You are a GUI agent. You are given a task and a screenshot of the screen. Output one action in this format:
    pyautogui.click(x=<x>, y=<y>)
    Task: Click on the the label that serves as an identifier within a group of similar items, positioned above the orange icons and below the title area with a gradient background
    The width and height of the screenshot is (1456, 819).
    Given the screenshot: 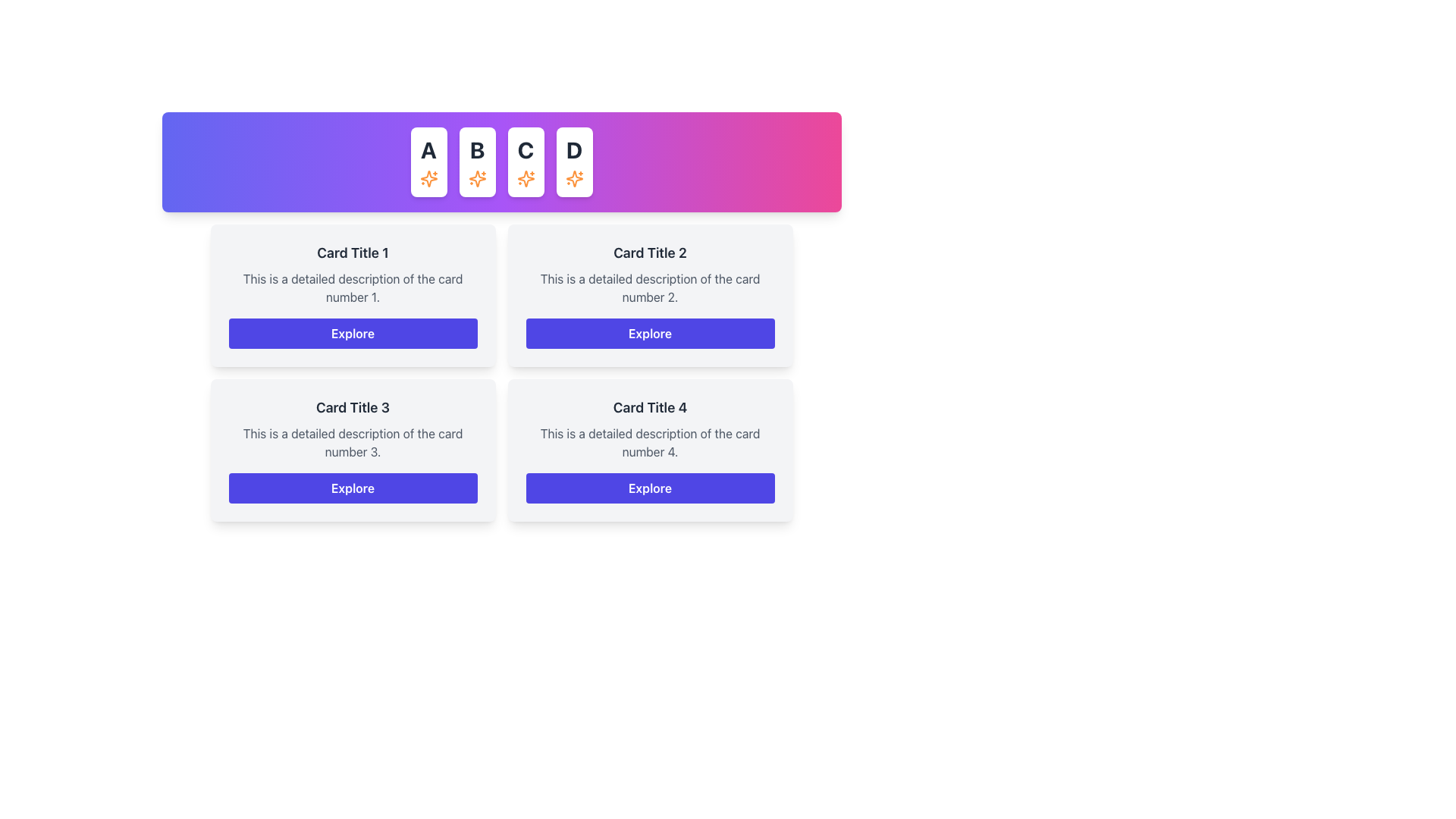 What is the action you would take?
    pyautogui.click(x=476, y=149)
    